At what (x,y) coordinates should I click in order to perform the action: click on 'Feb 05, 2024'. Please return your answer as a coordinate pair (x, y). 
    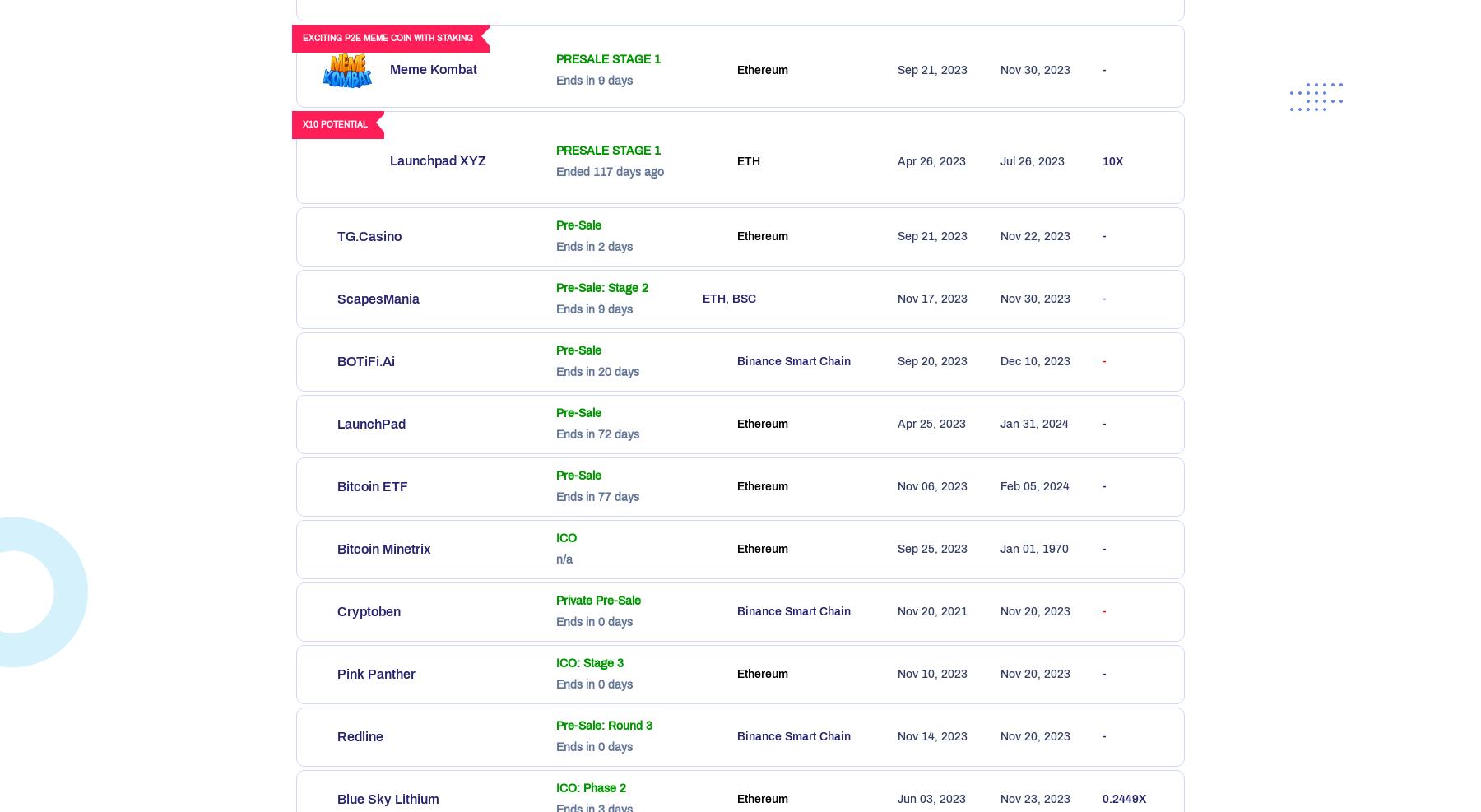
    Looking at the image, I should click on (1035, 485).